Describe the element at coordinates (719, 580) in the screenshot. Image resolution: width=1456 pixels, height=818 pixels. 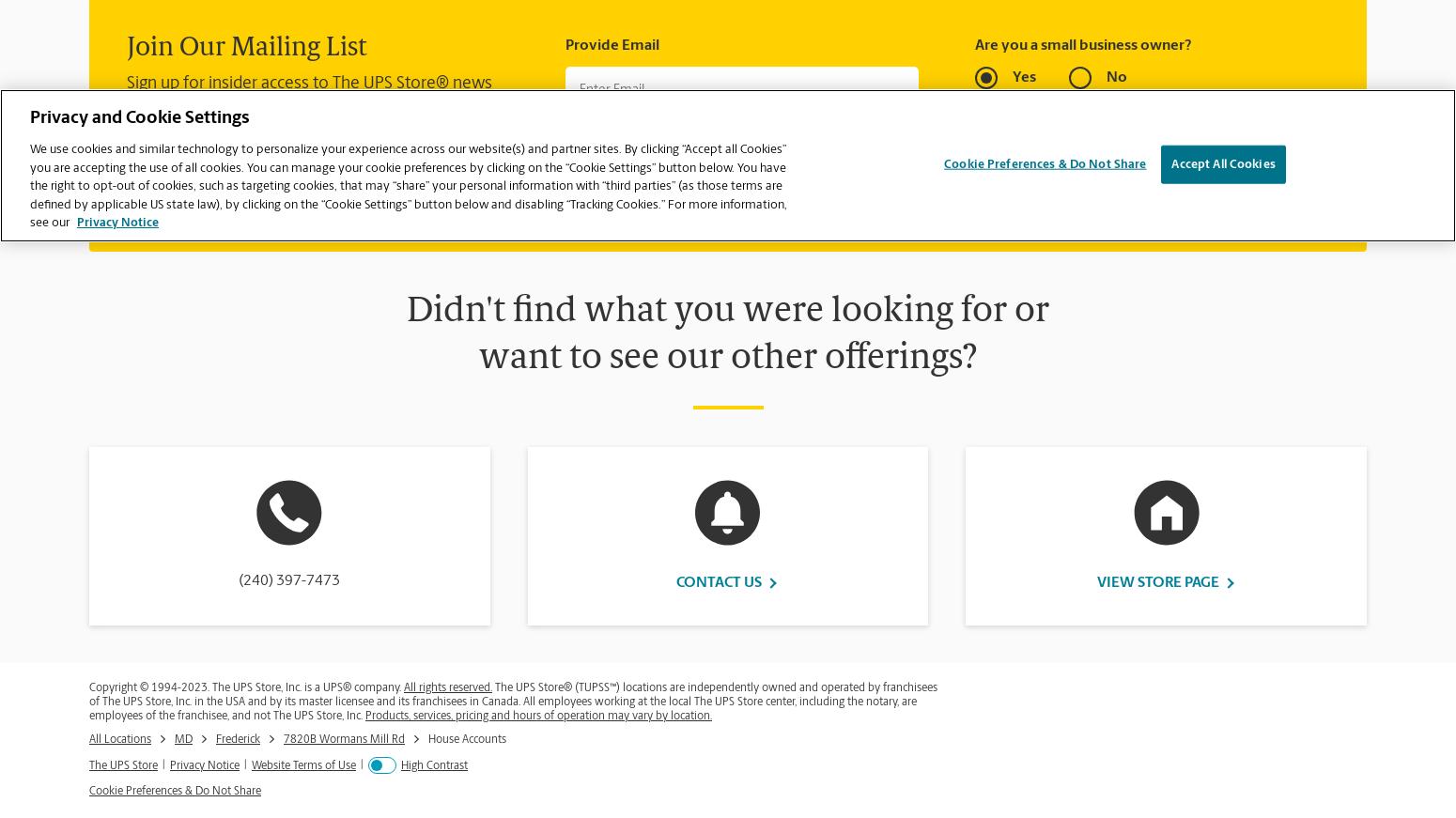
I see `'Contact Us'` at that location.